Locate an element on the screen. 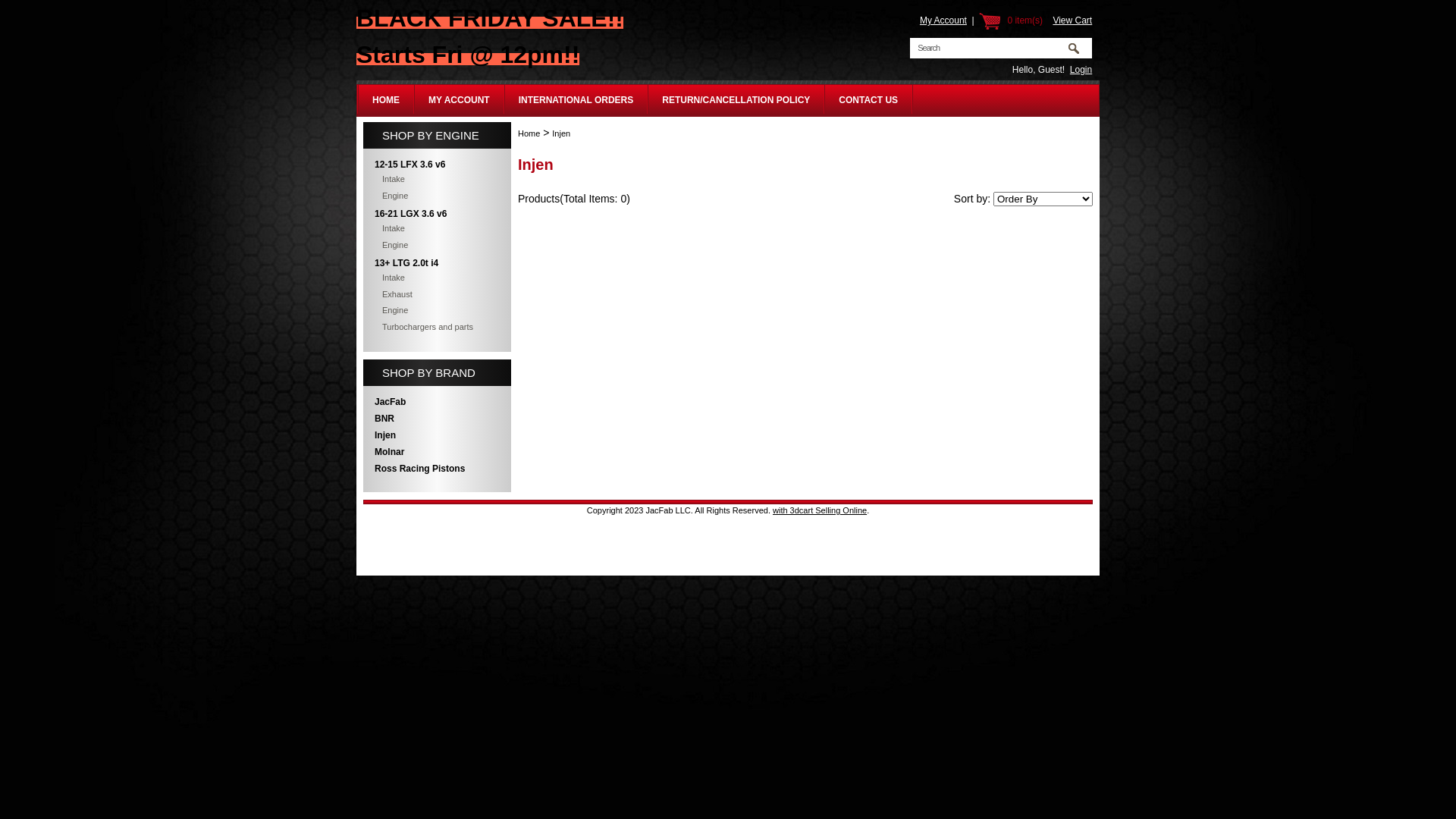  'My Account' is located at coordinates (942, 20).